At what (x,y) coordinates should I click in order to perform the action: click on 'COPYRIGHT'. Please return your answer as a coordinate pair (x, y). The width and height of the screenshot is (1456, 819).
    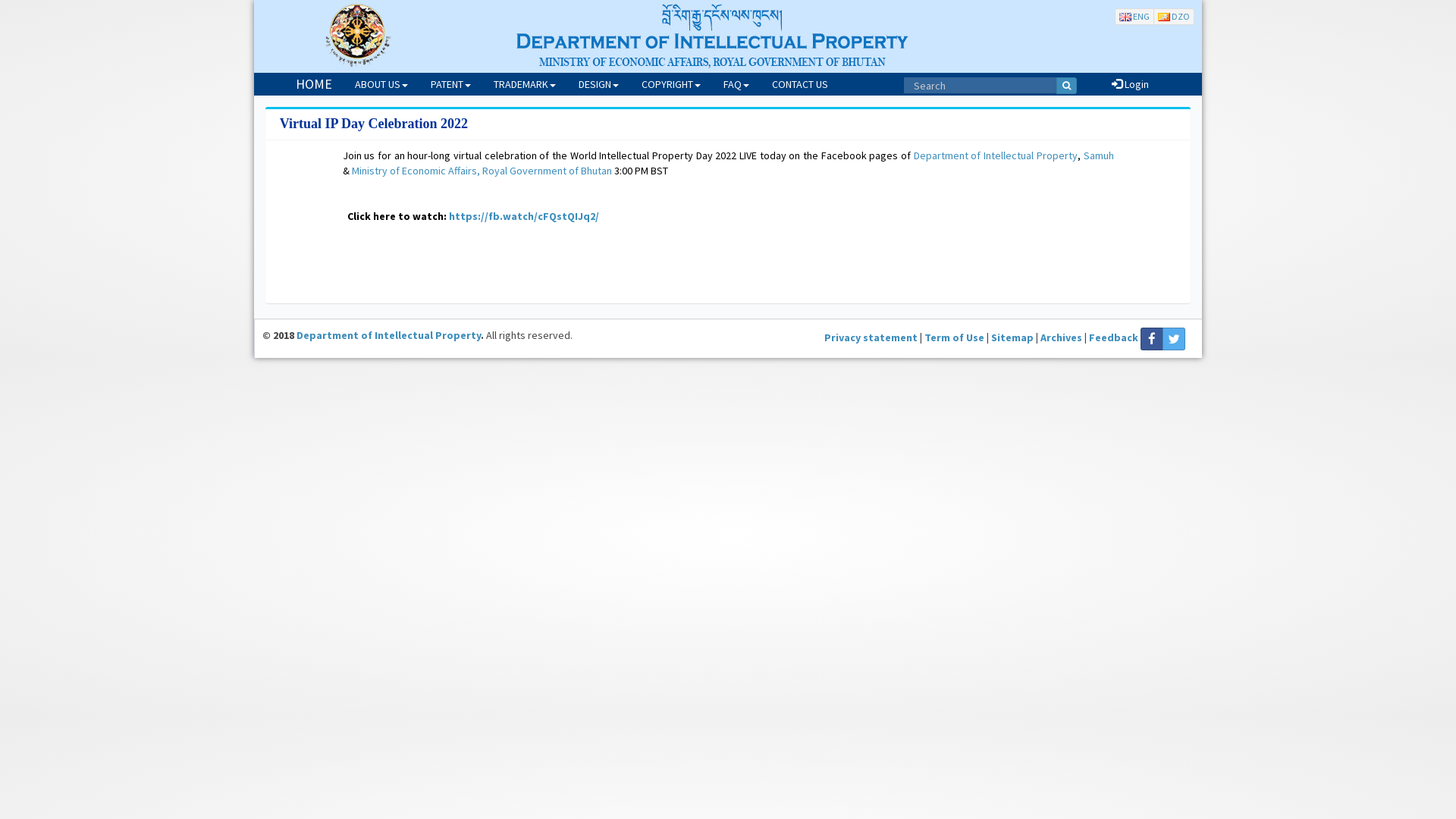
    Looking at the image, I should click on (670, 84).